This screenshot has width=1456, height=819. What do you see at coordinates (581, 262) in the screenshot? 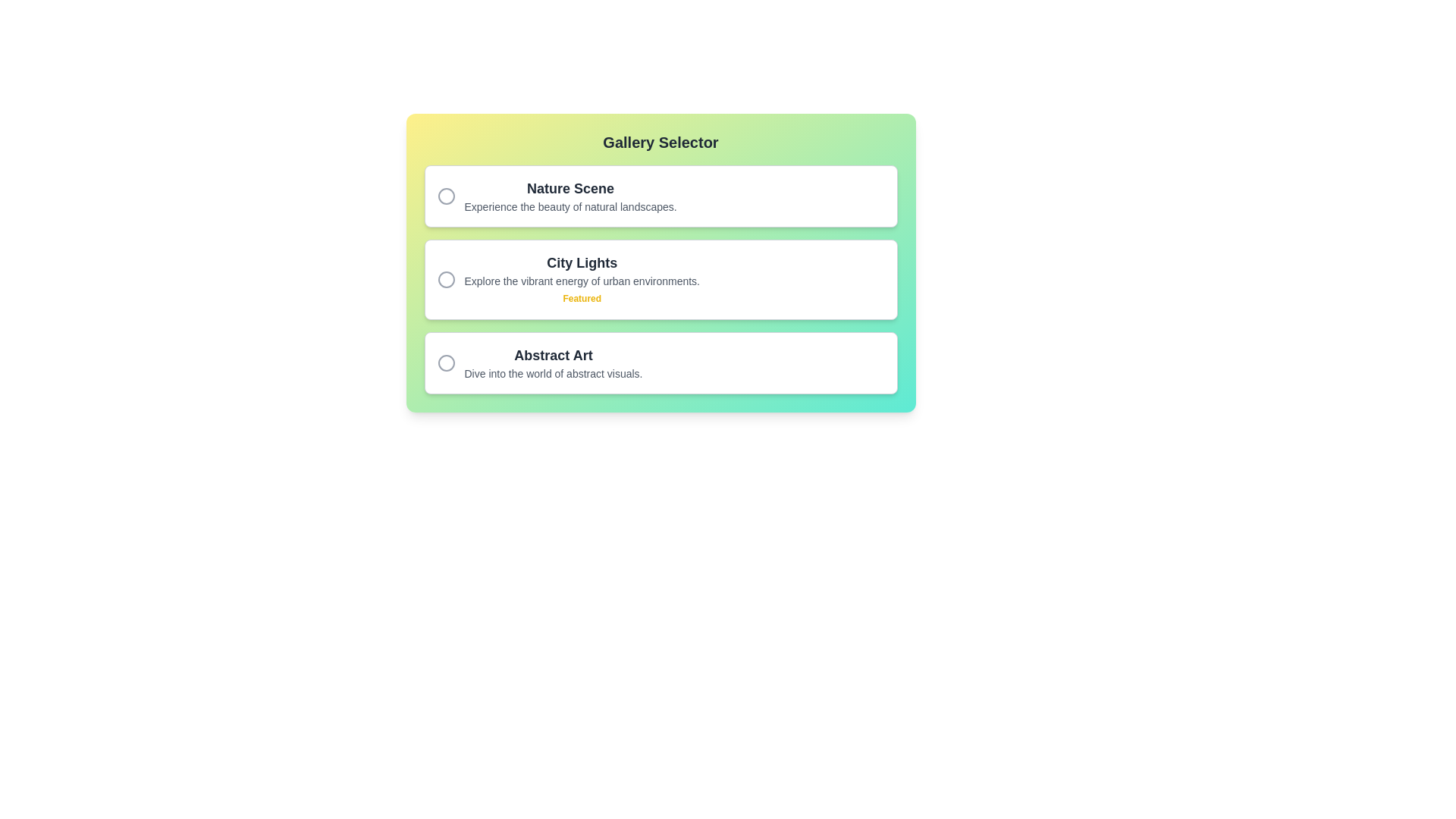
I see `the 'City Lights' text label, which serves as the title descriptor for a selectable gallery option located centrally within the second option section of a vertically aligned list` at bounding box center [581, 262].